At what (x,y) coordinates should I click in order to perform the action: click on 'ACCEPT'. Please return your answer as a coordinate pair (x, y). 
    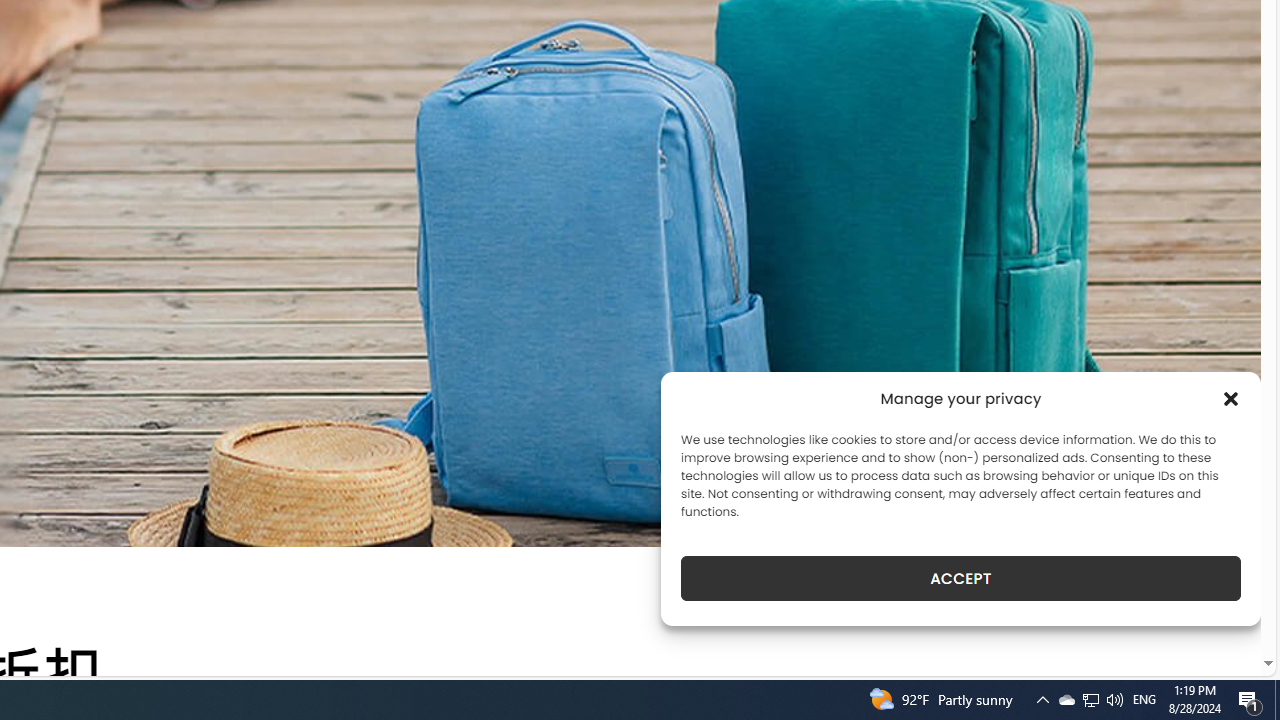
    Looking at the image, I should click on (961, 578).